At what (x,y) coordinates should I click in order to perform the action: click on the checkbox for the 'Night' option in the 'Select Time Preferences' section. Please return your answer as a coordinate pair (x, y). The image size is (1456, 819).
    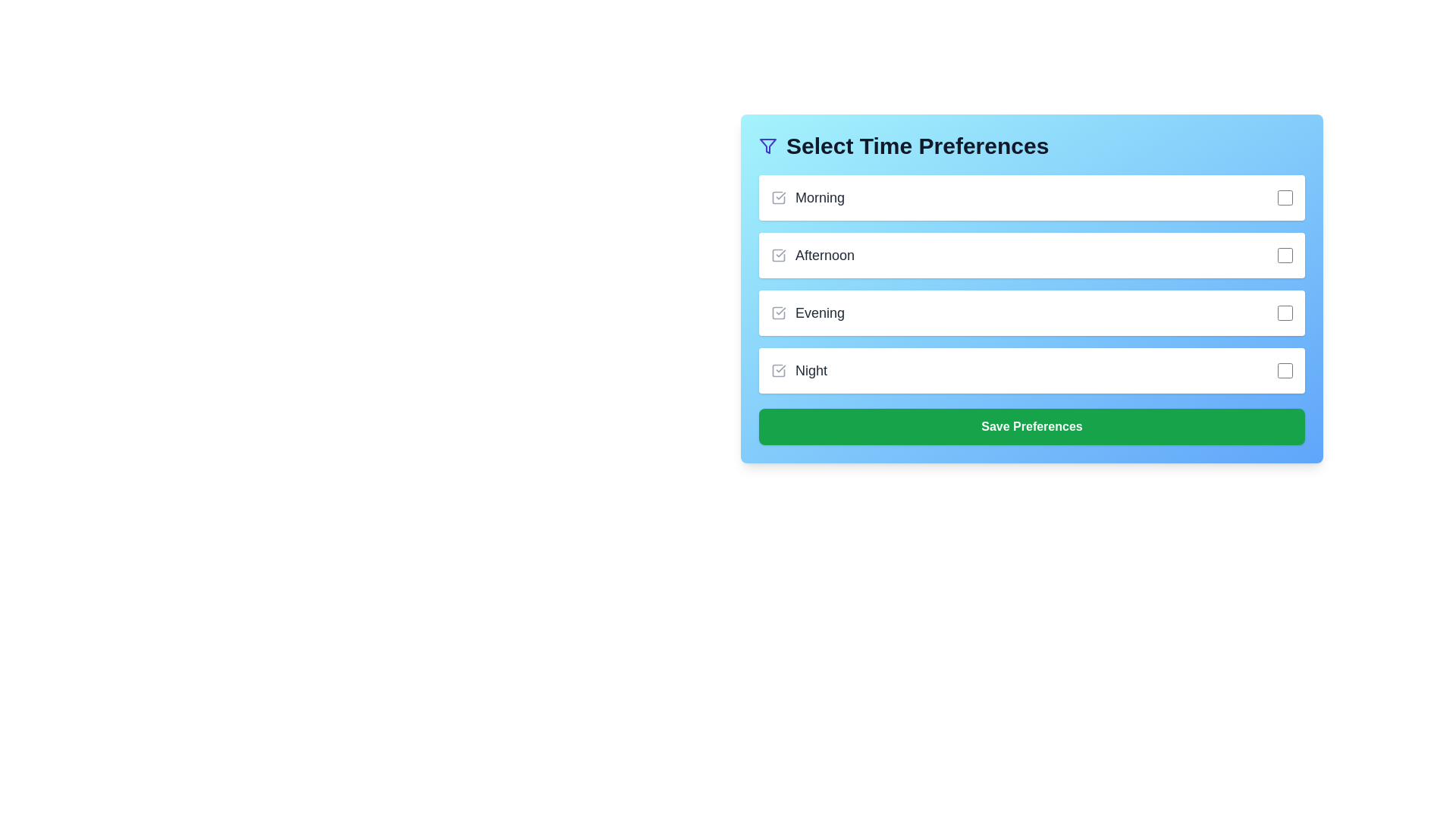
    Looking at the image, I should click on (779, 371).